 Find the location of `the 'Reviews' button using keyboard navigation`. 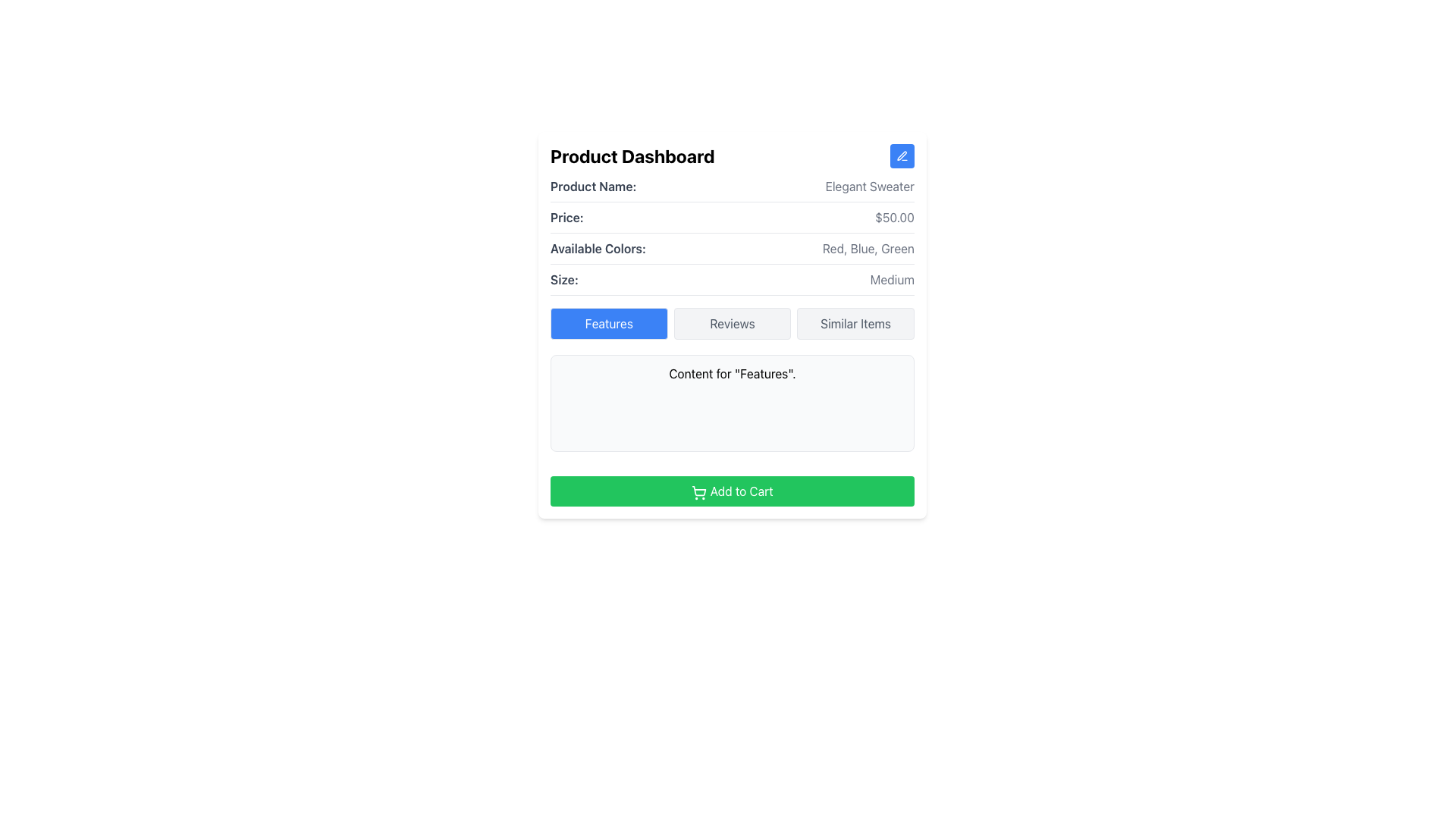

the 'Reviews' button using keyboard navigation is located at coordinates (732, 323).